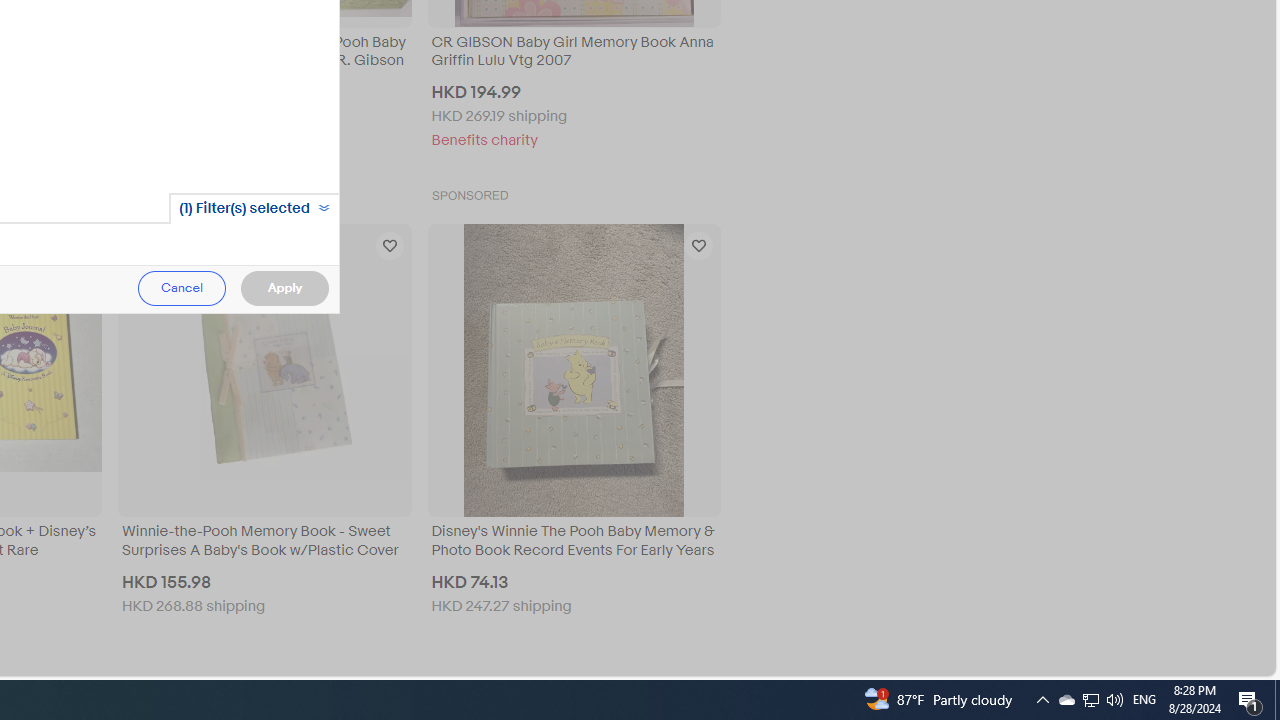 The width and height of the screenshot is (1280, 720). Describe the element at coordinates (182, 288) in the screenshot. I see `'Cancel'` at that location.